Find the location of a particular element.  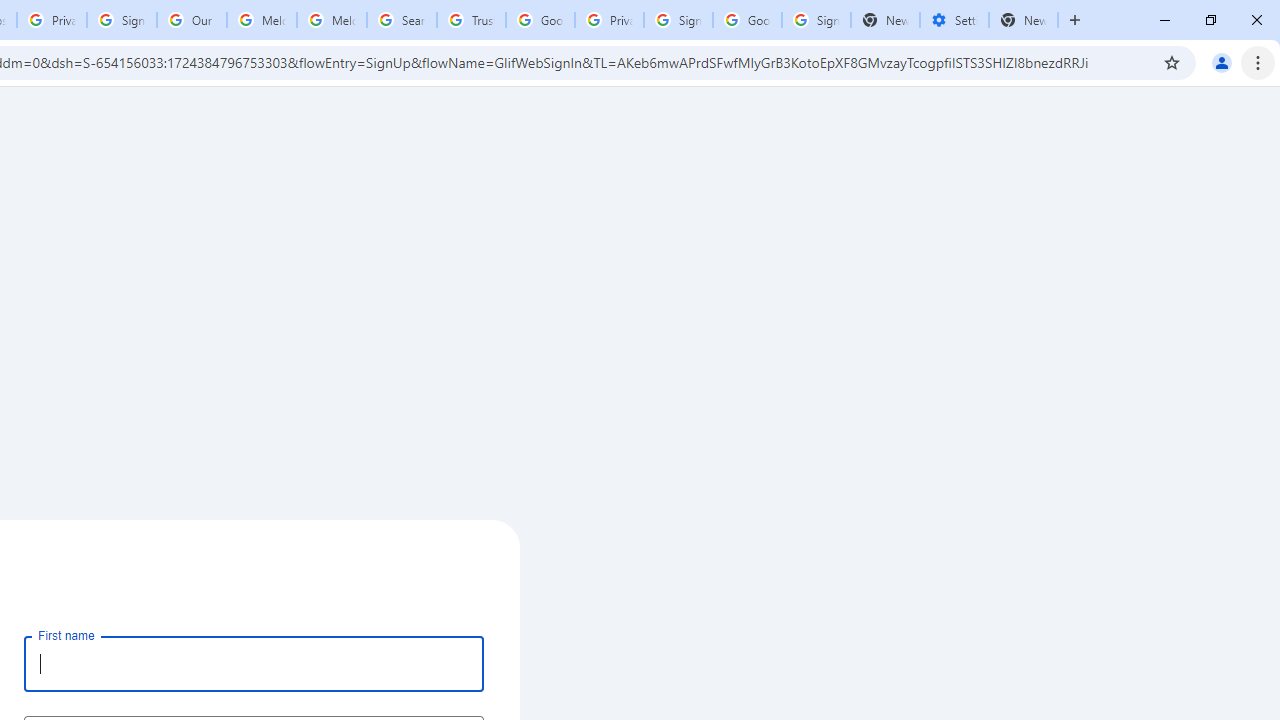

'First name' is located at coordinates (253, 663).